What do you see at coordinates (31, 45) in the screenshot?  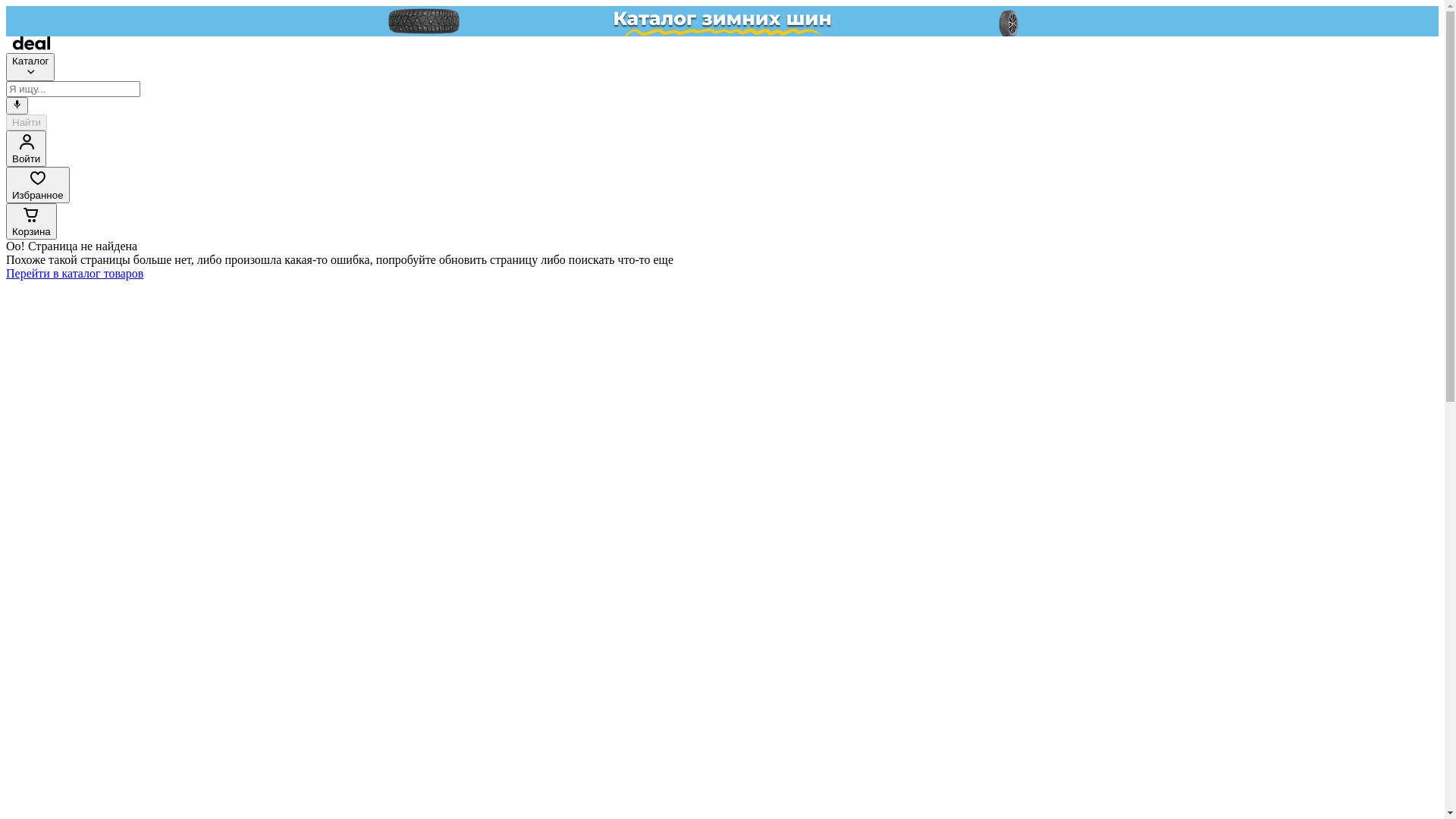 I see `'deal.by'` at bounding box center [31, 45].